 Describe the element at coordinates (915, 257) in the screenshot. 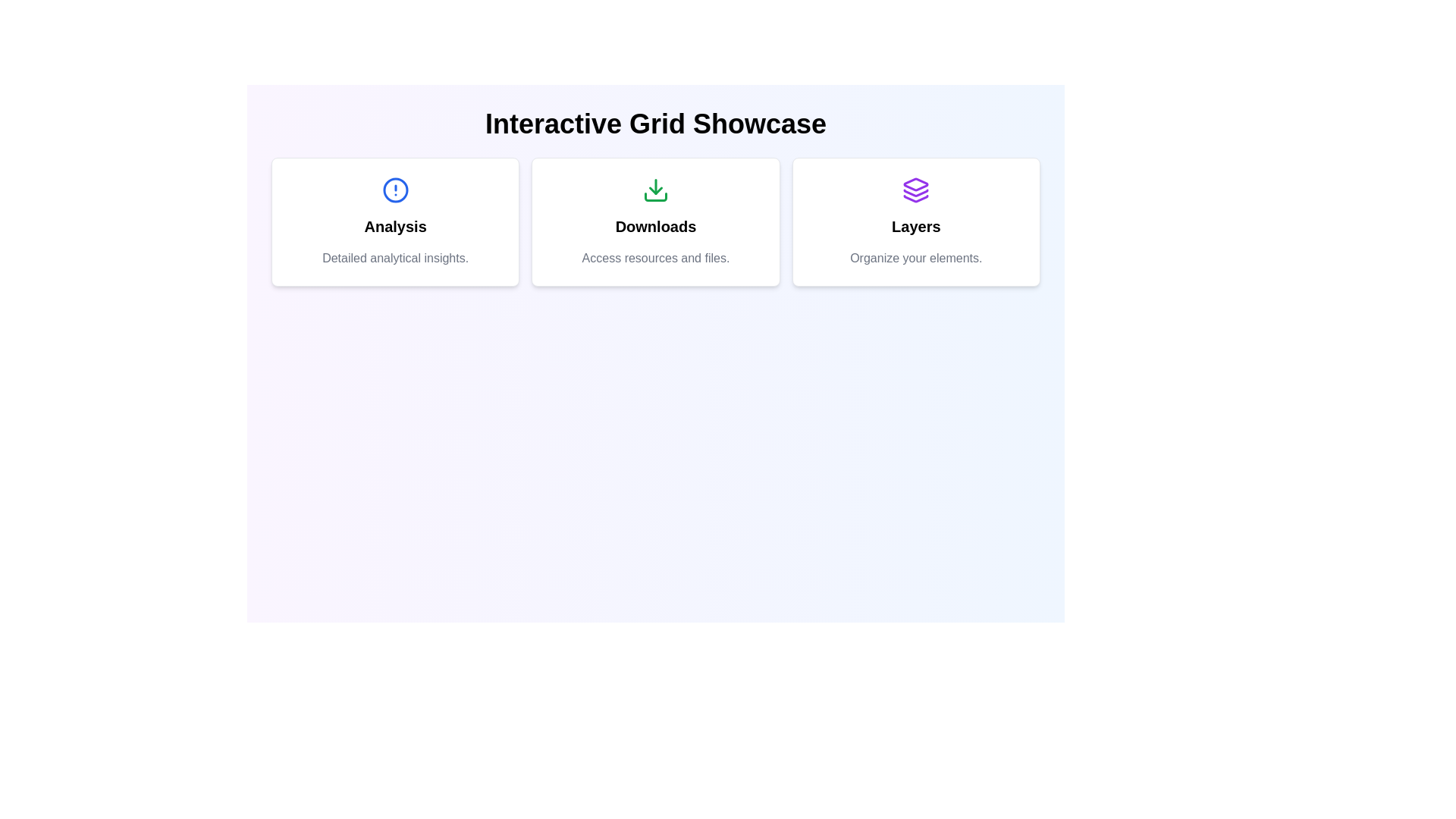

I see `the second text label under the 'Layers' section of the third card in the row of cards, which provides additional information regarding its function or purpose` at that location.